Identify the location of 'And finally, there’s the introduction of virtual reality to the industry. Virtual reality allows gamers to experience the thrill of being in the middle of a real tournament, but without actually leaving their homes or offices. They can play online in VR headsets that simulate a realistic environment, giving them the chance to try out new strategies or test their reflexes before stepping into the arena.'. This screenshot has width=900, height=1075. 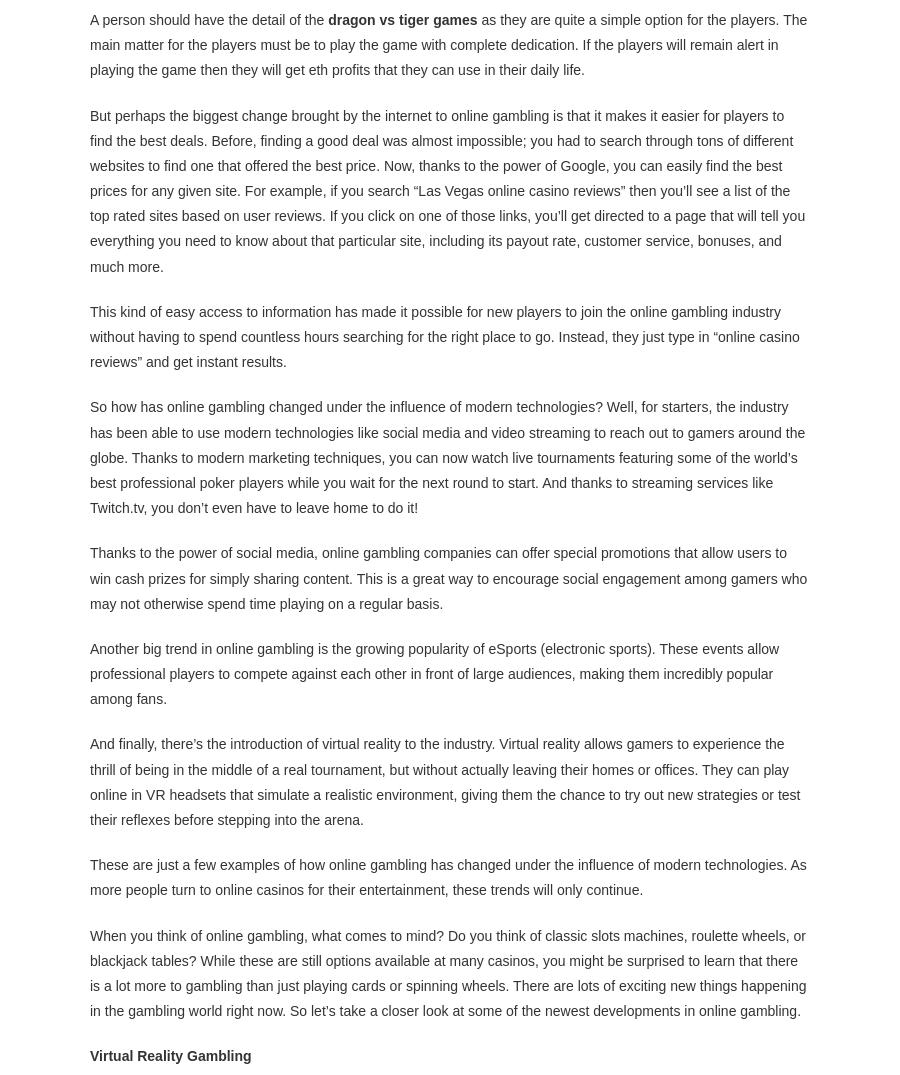
(444, 781).